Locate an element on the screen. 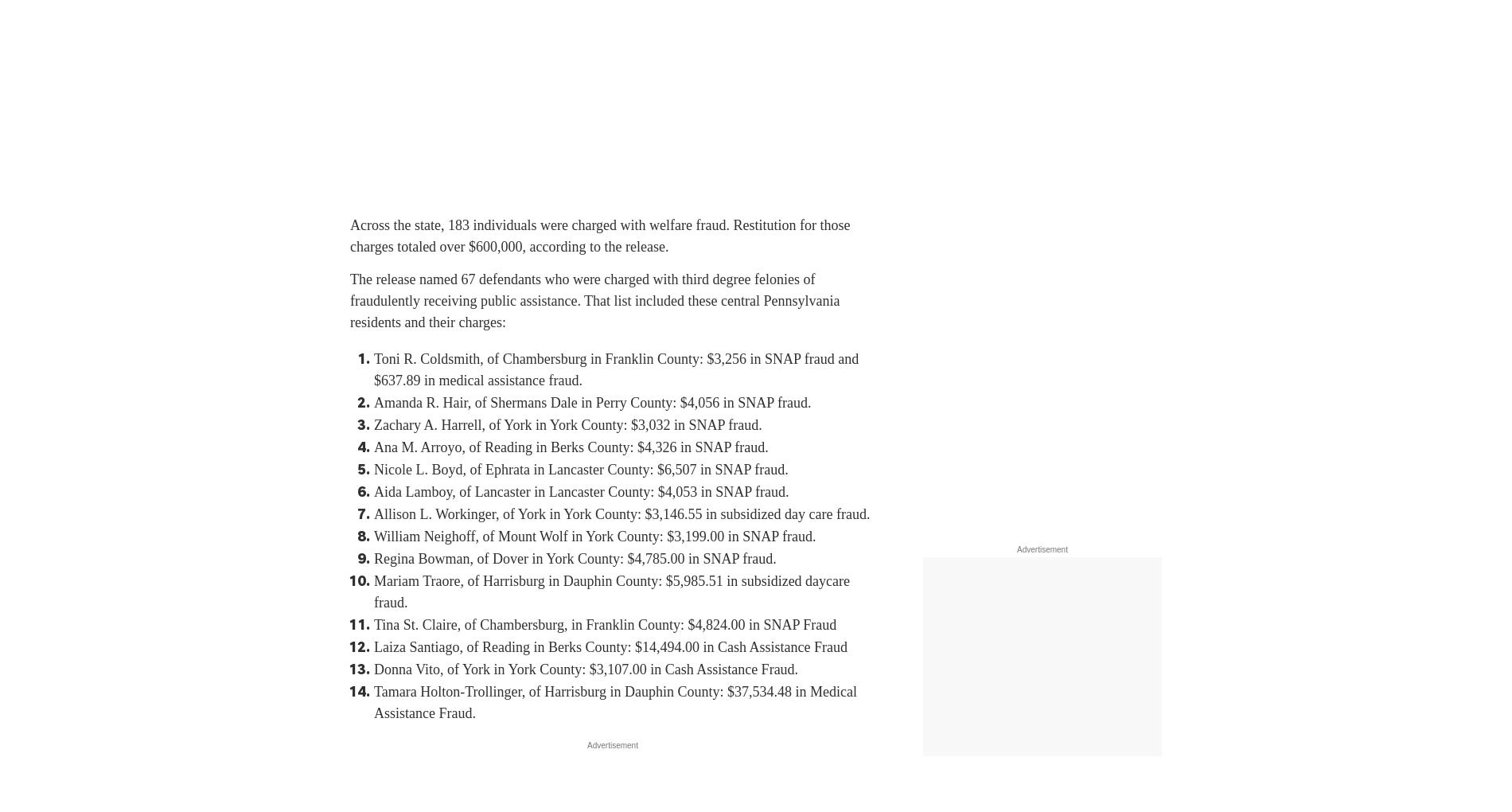 This screenshot has height=812, width=1512. 'Ana M. Arroyo, of Reading in Berks County: $4,326 in SNAP fraud.' is located at coordinates (570, 447).